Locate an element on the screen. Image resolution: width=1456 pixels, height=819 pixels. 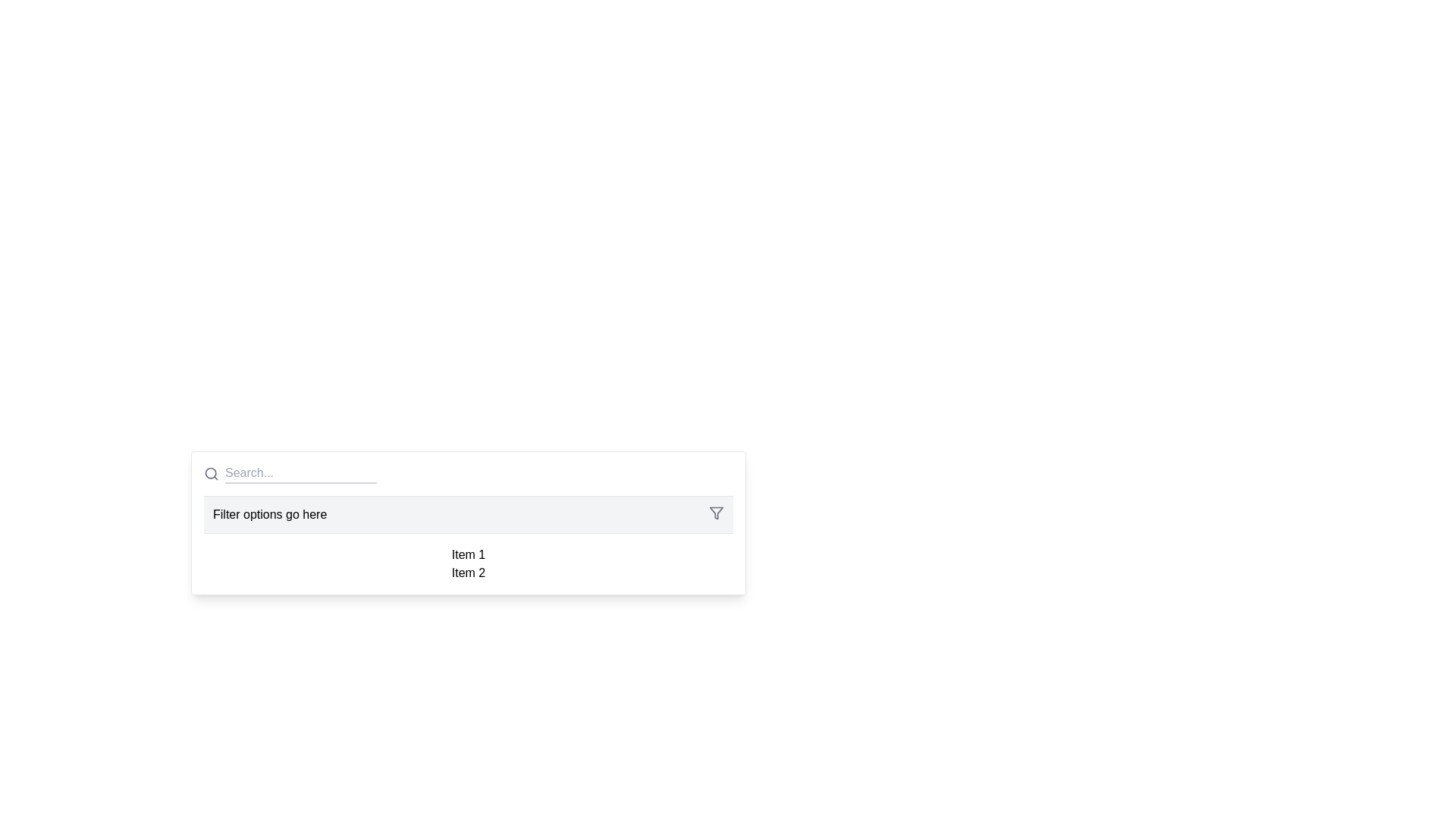
the text label 'Item 2' is located at coordinates (468, 573).